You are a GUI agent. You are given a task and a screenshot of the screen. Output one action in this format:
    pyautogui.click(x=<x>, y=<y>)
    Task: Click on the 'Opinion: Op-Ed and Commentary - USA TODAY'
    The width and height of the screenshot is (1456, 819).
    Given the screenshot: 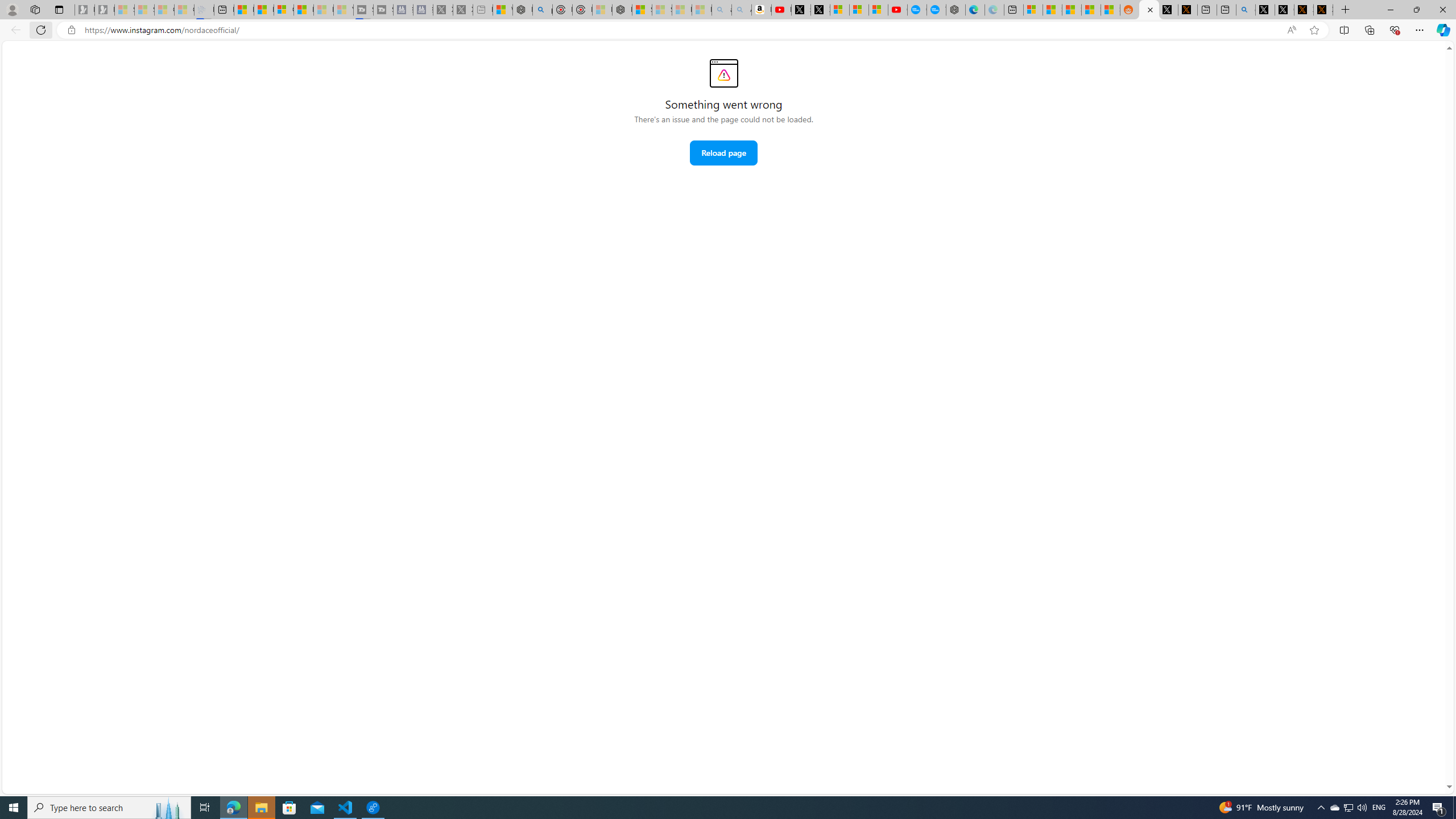 What is the action you would take?
    pyautogui.click(x=916, y=9)
    